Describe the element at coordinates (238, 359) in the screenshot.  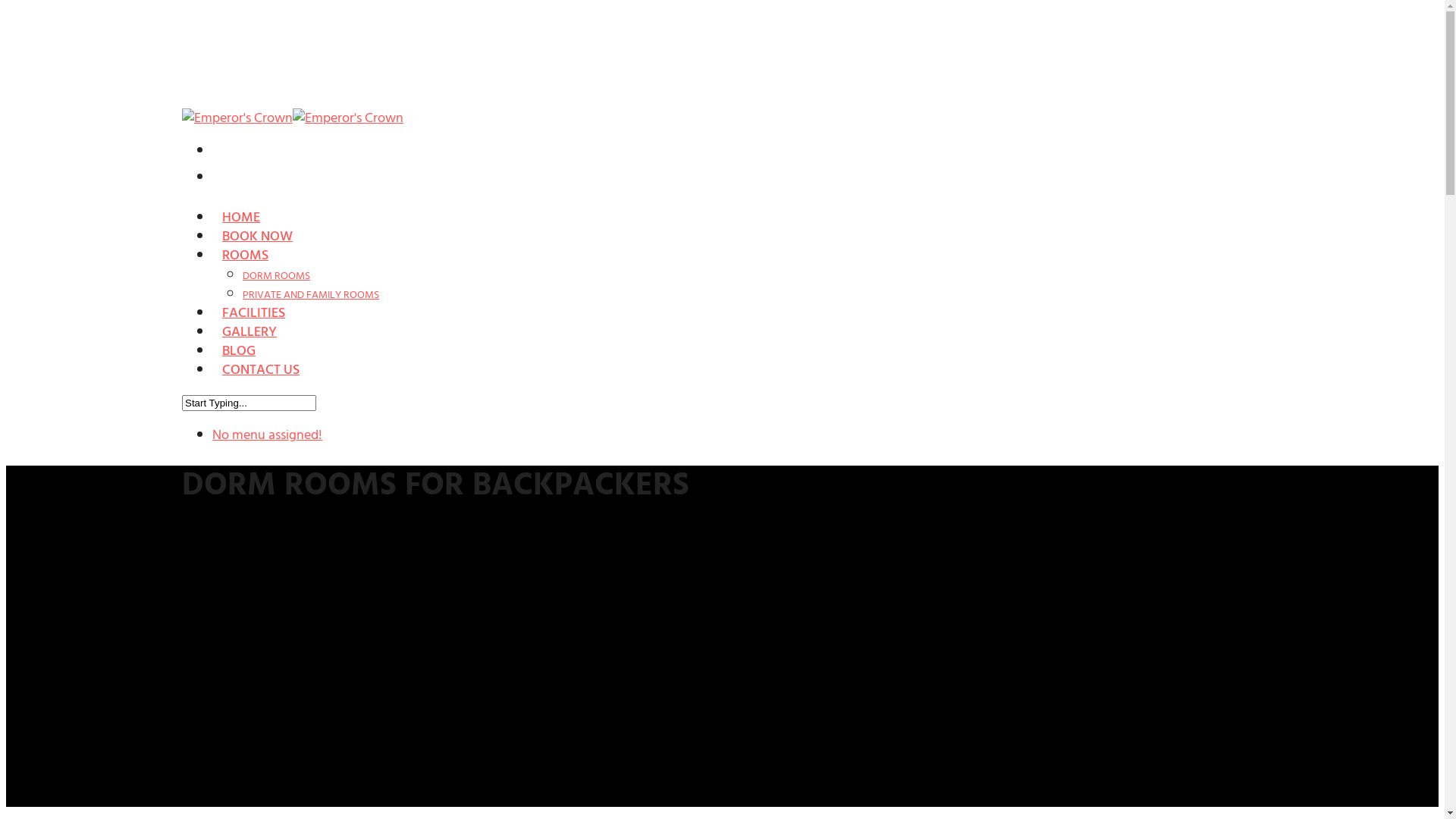
I see `'BLOG'` at that location.